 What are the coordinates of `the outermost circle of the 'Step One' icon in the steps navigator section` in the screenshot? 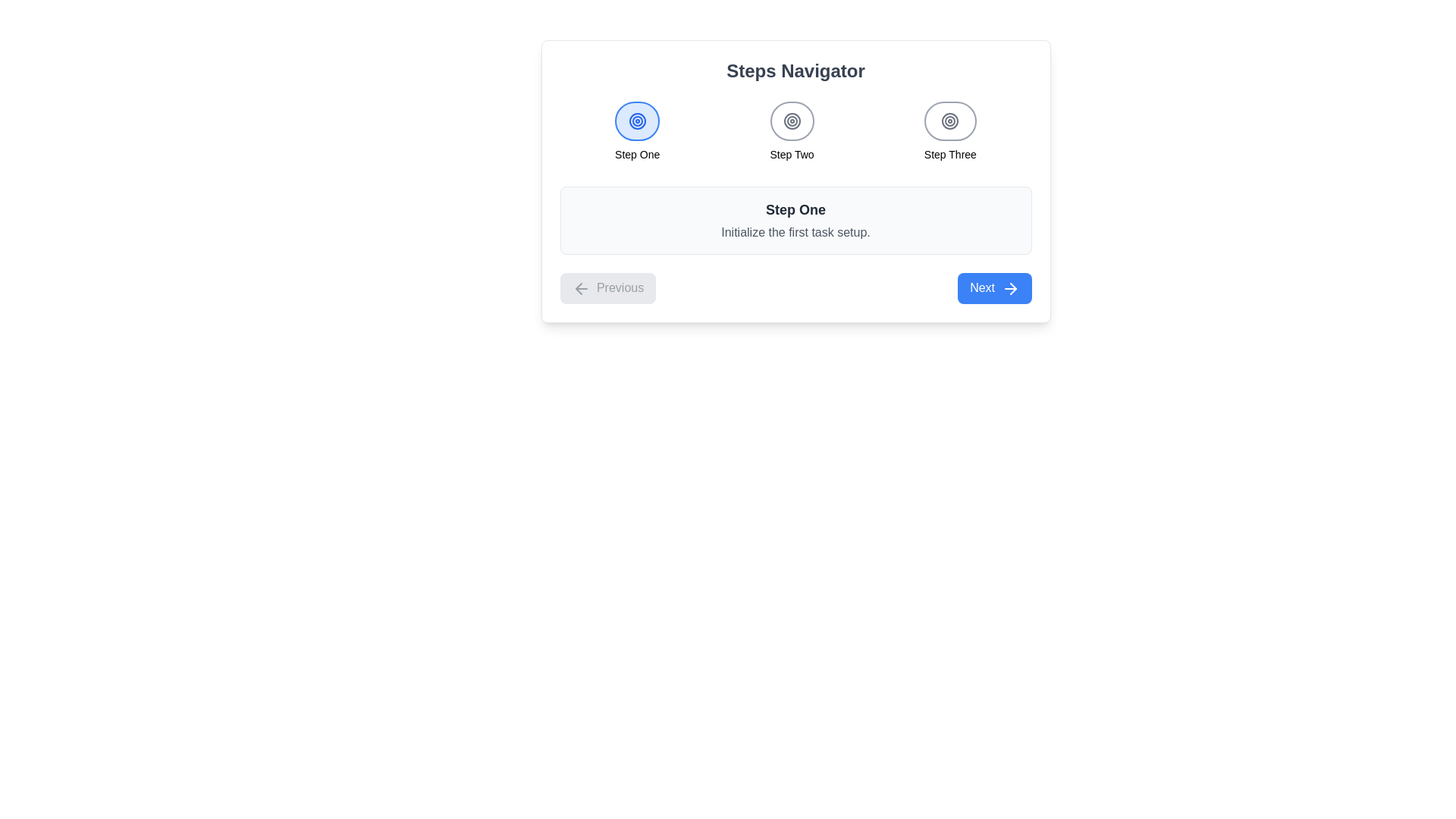 It's located at (637, 120).